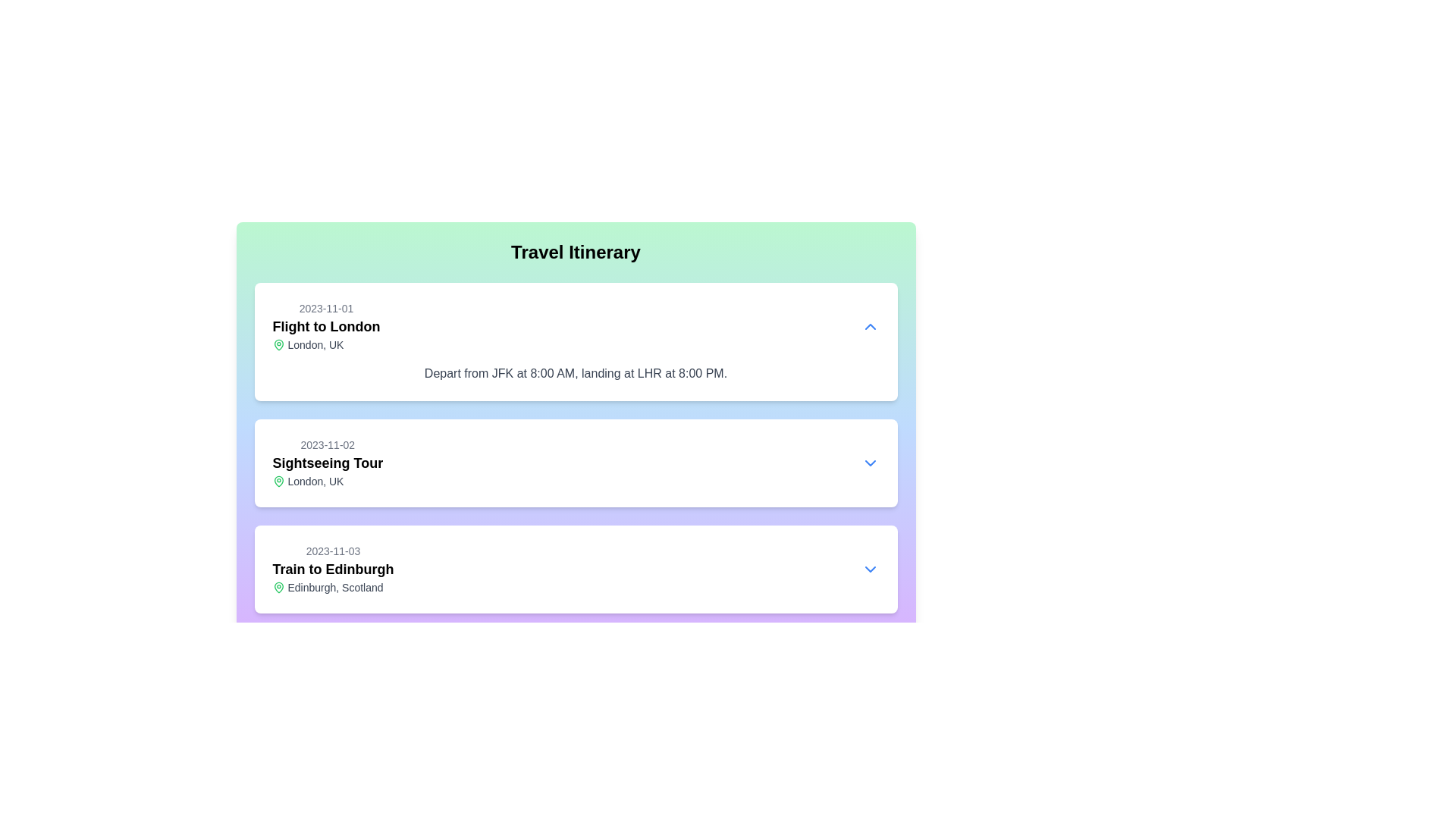  What do you see at coordinates (575, 374) in the screenshot?
I see `text content of the Text Label providing flight details for the 'Flight to London' event, which is located below the title and date information` at bounding box center [575, 374].